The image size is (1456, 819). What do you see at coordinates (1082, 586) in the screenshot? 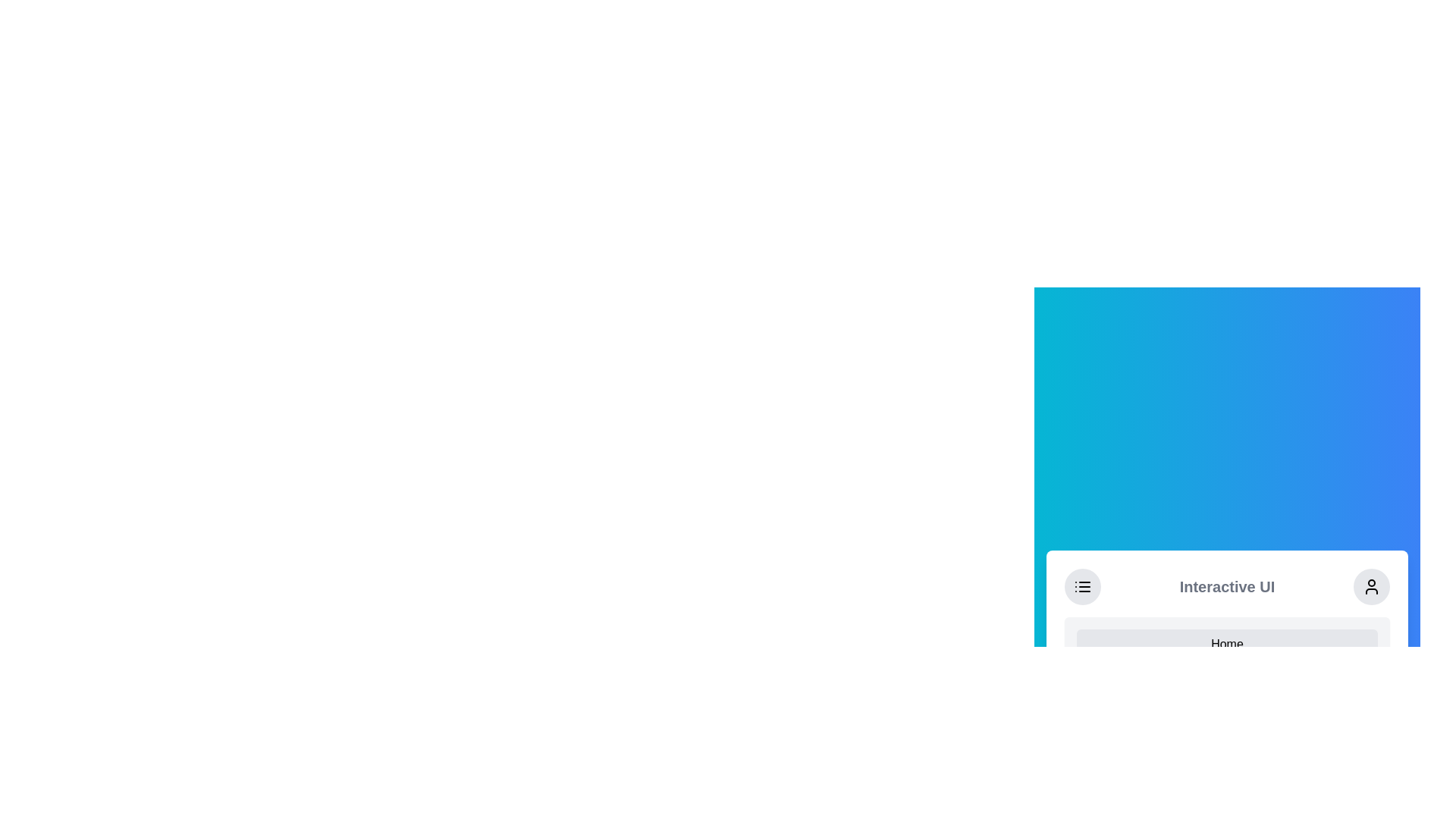
I see `the first circular button with a light gray background and a three-line menu icon` at bounding box center [1082, 586].